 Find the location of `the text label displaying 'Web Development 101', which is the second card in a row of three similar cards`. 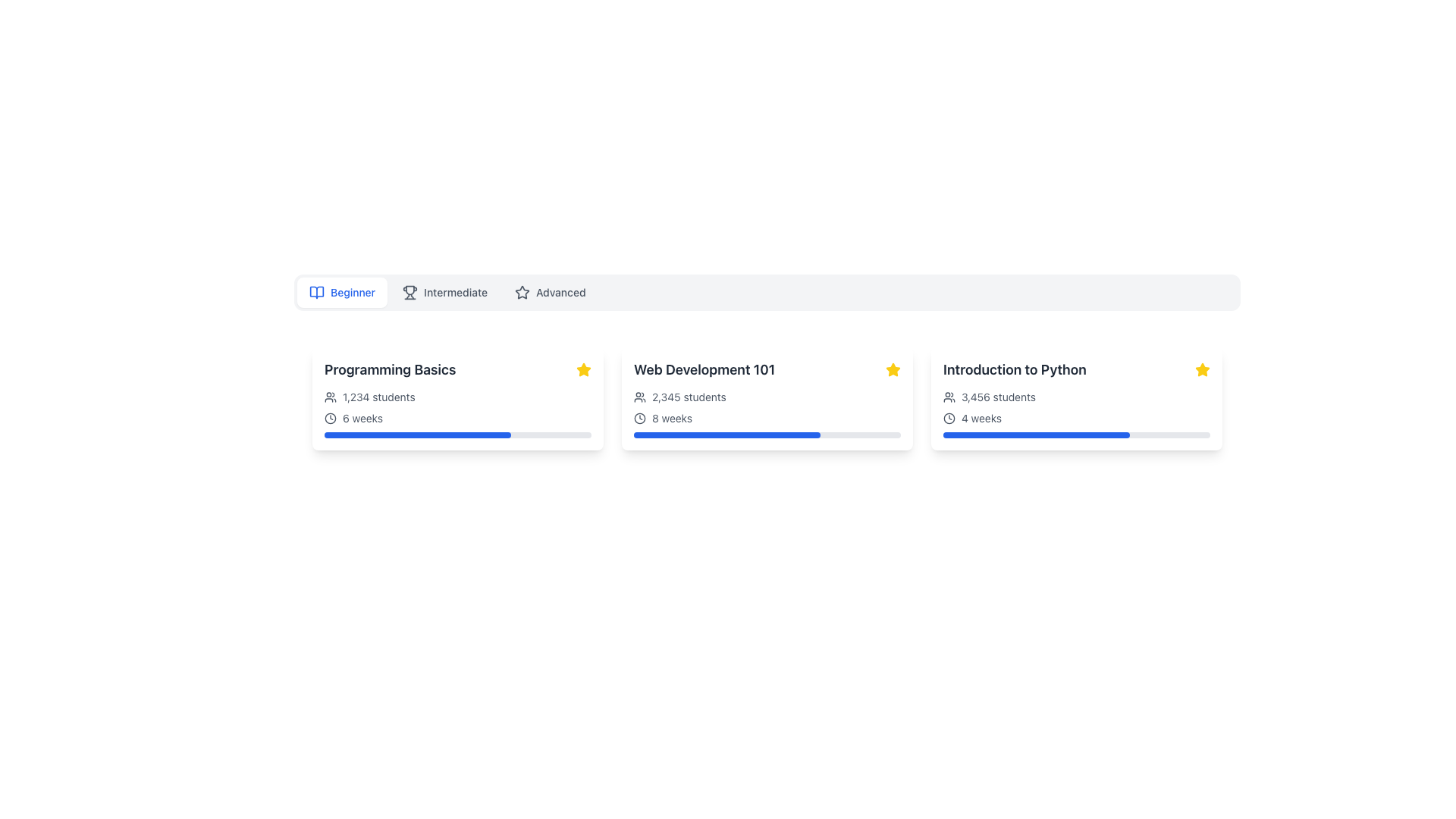

the text label displaying 'Web Development 101', which is the second card in a row of three similar cards is located at coordinates (767, 370).